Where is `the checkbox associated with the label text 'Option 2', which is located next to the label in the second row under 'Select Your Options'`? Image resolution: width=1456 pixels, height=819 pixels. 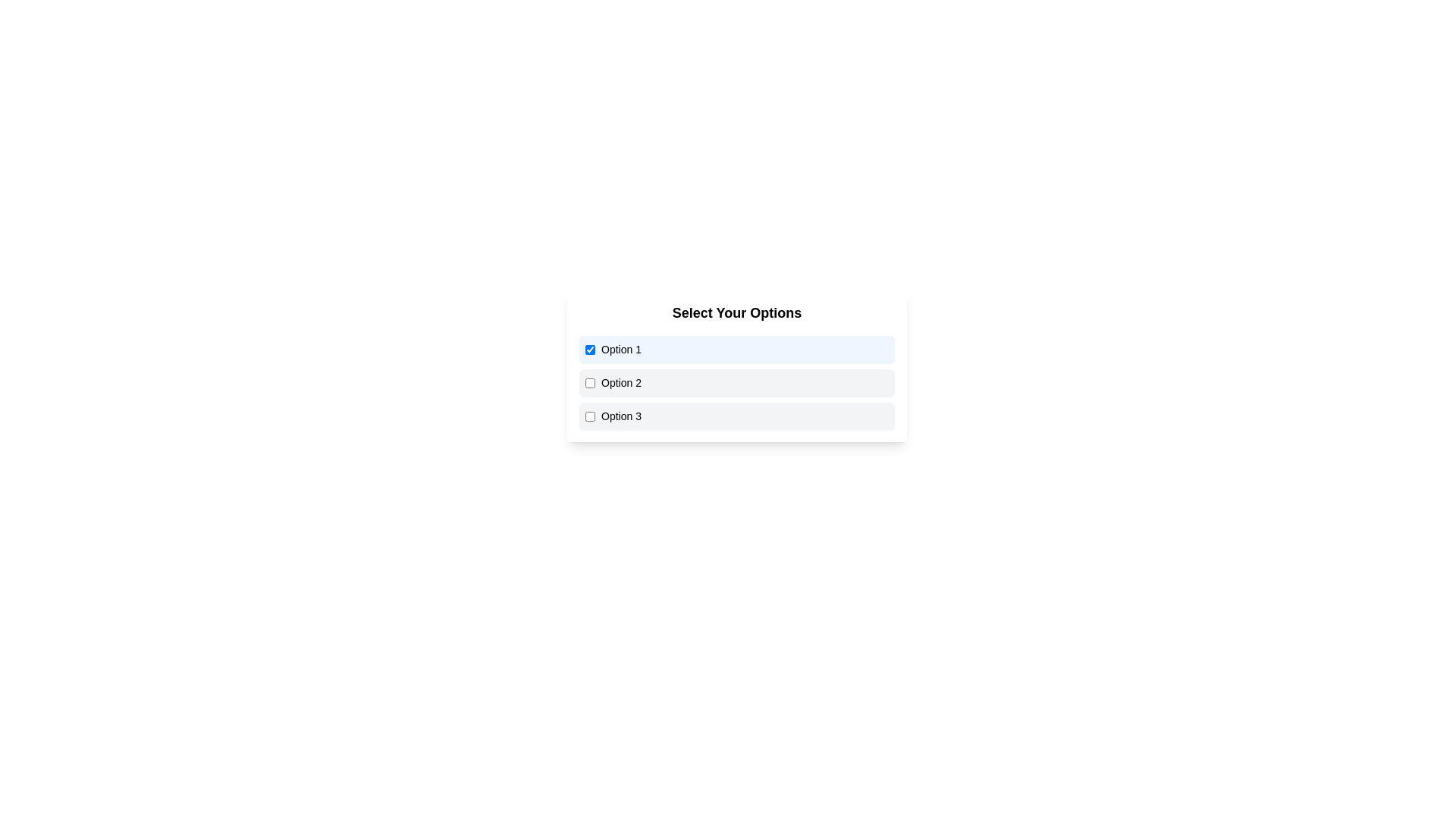
the checkbox associated with the label text 'Option 2', which is located next to the label in the second row under 'Select Your Options' is located at coordinates (621, 382).